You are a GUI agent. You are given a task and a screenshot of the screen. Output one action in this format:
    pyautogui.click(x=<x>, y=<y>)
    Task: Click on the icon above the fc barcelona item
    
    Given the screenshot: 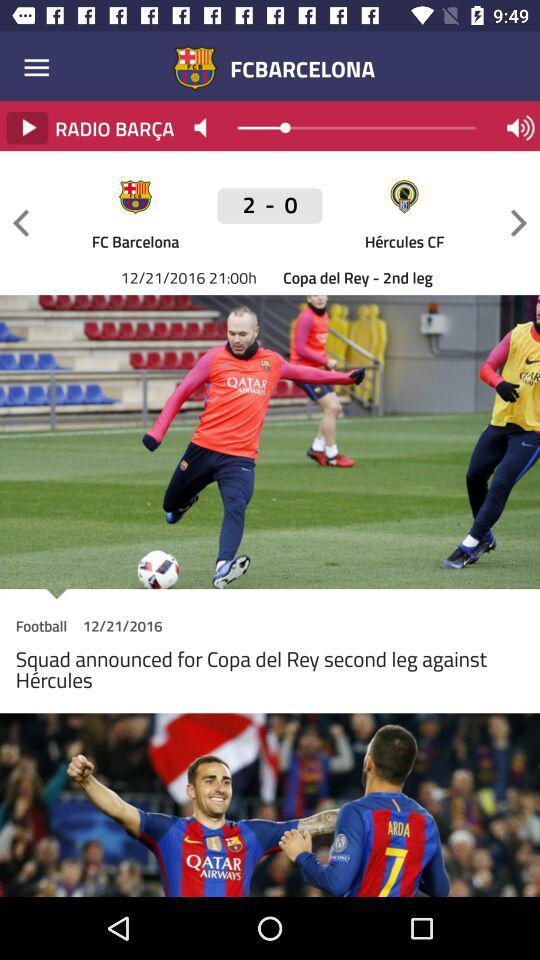 What is the action you would take?
    pyautogui.click(x=270, y=206)
    